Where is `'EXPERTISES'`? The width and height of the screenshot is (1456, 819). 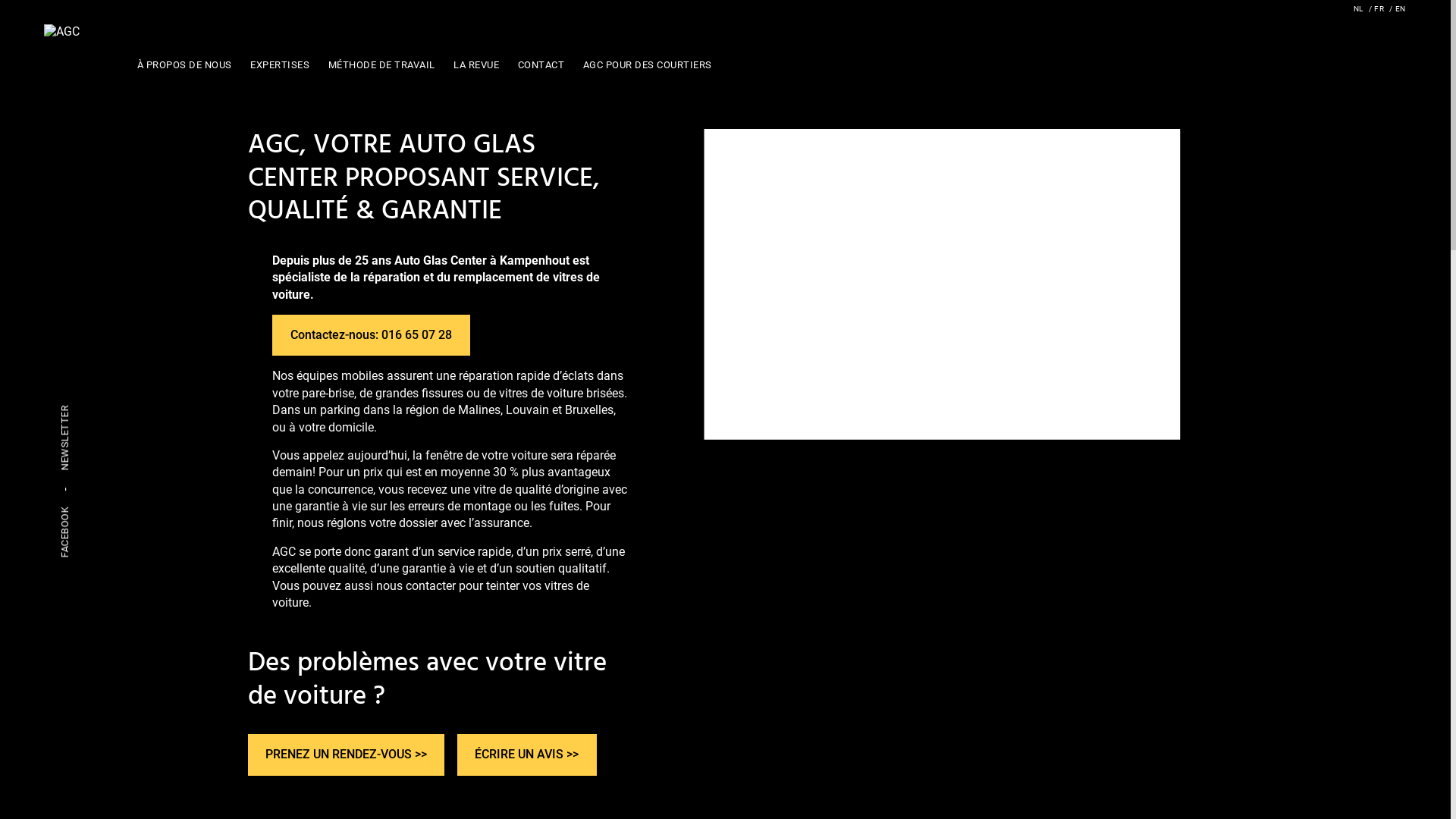
'EXPERTISES' is located at coordinates (280, 63).